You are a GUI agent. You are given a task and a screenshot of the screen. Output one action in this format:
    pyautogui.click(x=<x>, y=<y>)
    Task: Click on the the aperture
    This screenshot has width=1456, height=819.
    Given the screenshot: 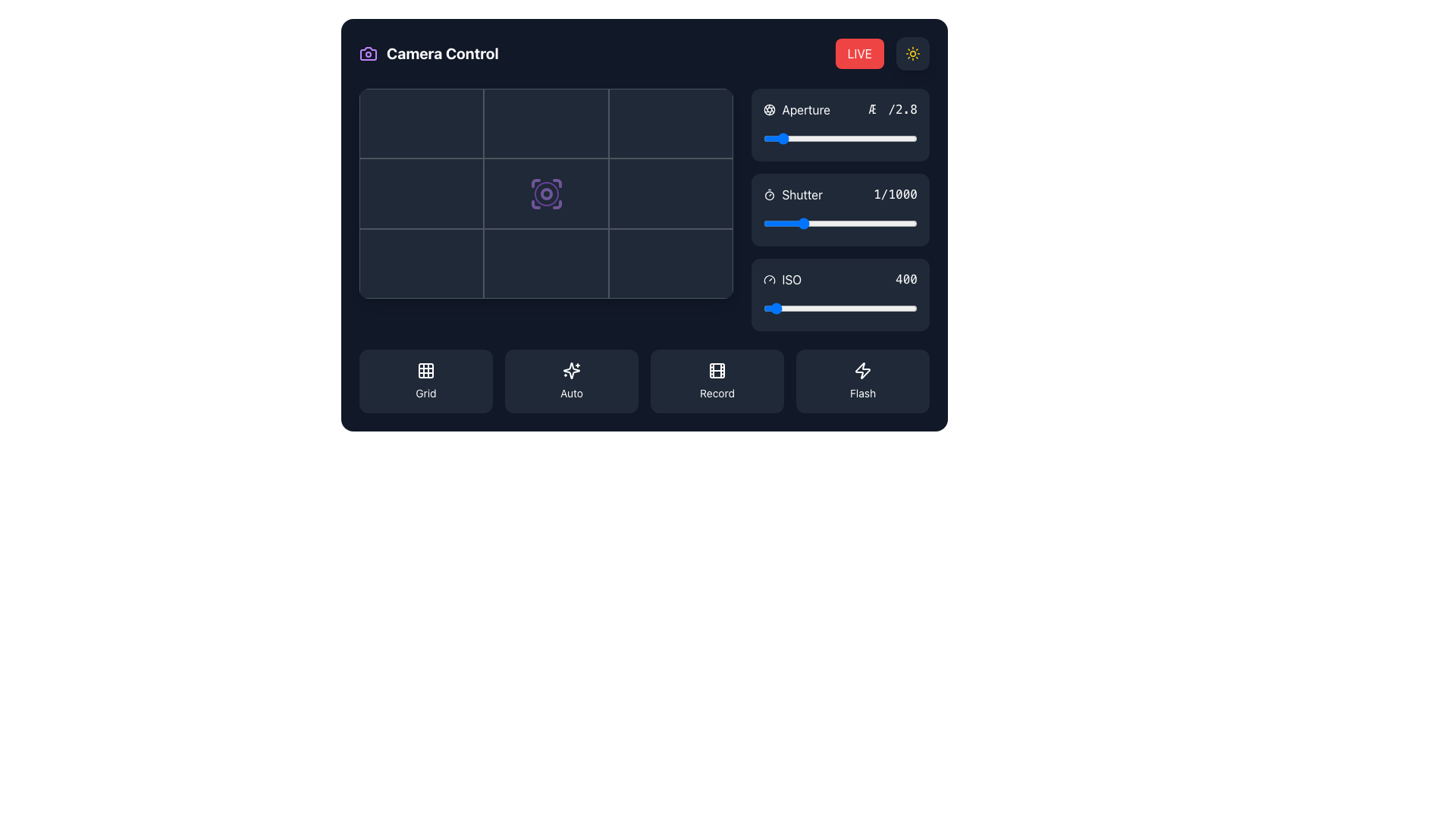 What is the action you would take?
    pyautogui.click(x=770, y=138)
    